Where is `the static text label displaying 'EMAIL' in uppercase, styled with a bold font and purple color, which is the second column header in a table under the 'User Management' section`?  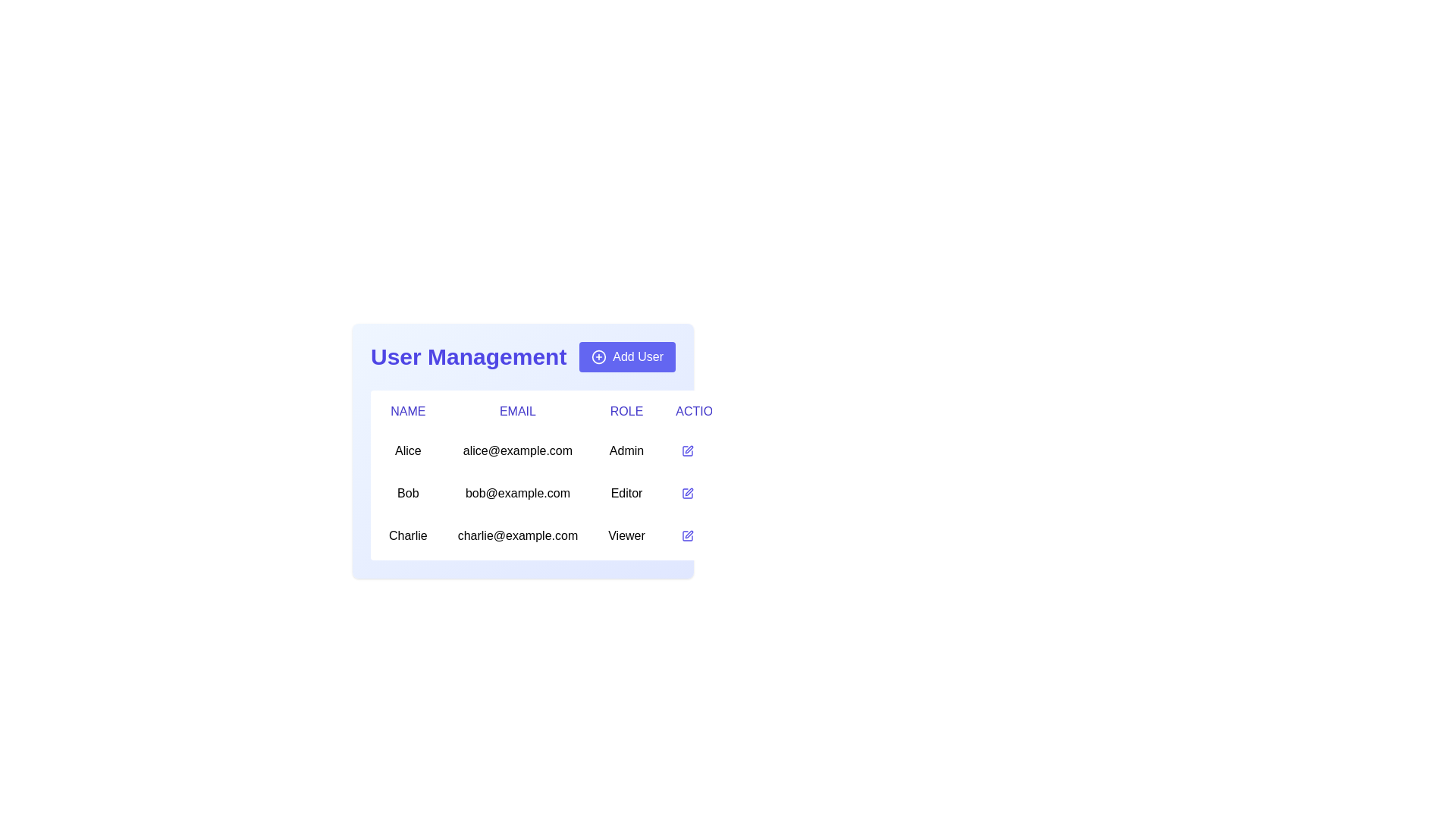 the static text label displaying 'EMAIL' in uppercase, styled with a bold font and purple color, which is the second column header in a table under the 'User Management' section is located at coordinates (517, 412).